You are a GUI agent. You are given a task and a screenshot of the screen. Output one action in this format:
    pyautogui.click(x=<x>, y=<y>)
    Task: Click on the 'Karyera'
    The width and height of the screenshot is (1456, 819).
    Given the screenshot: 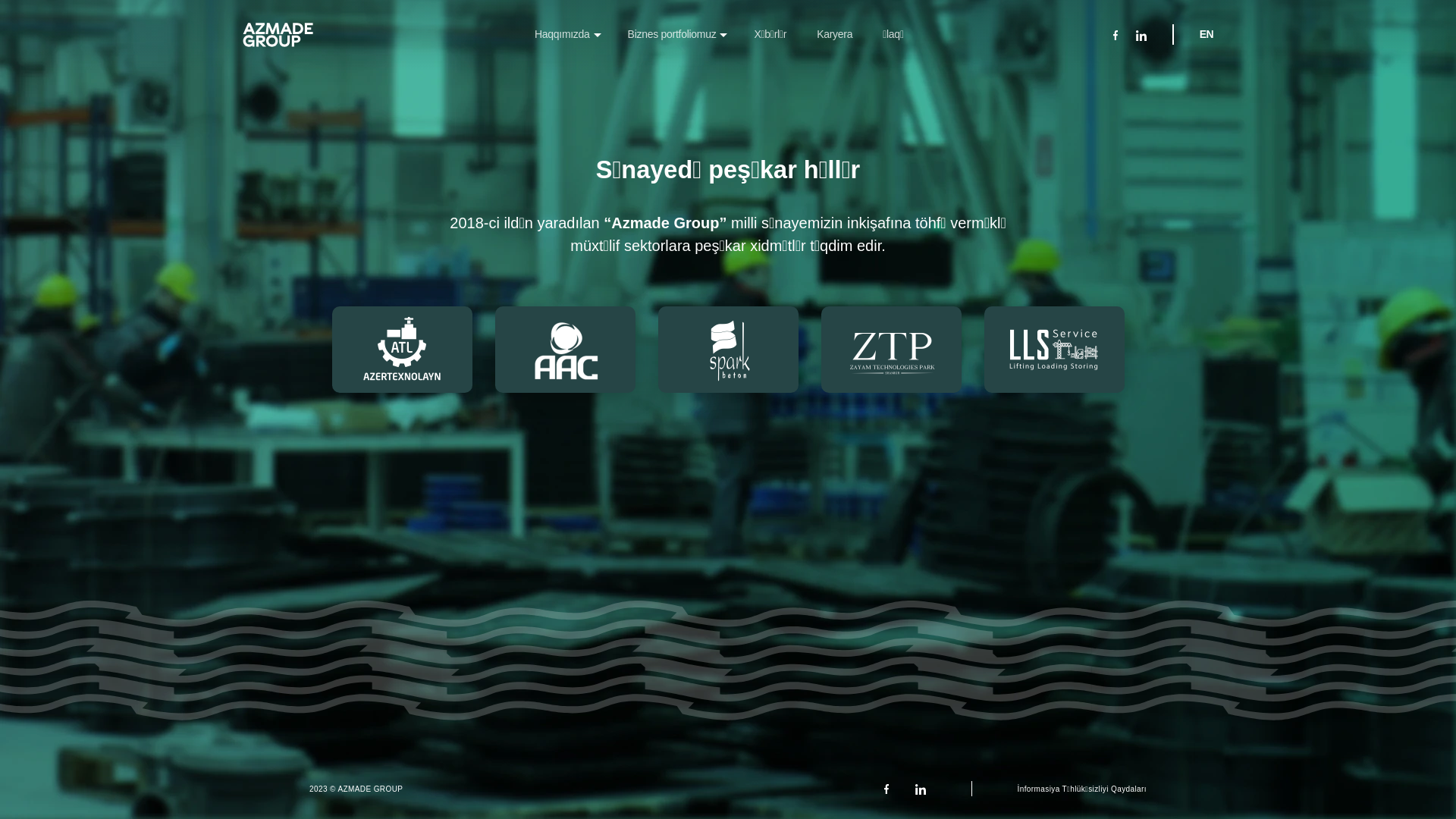 What is the action you would take?
    pyautogui.click(x=833, y=34)
    